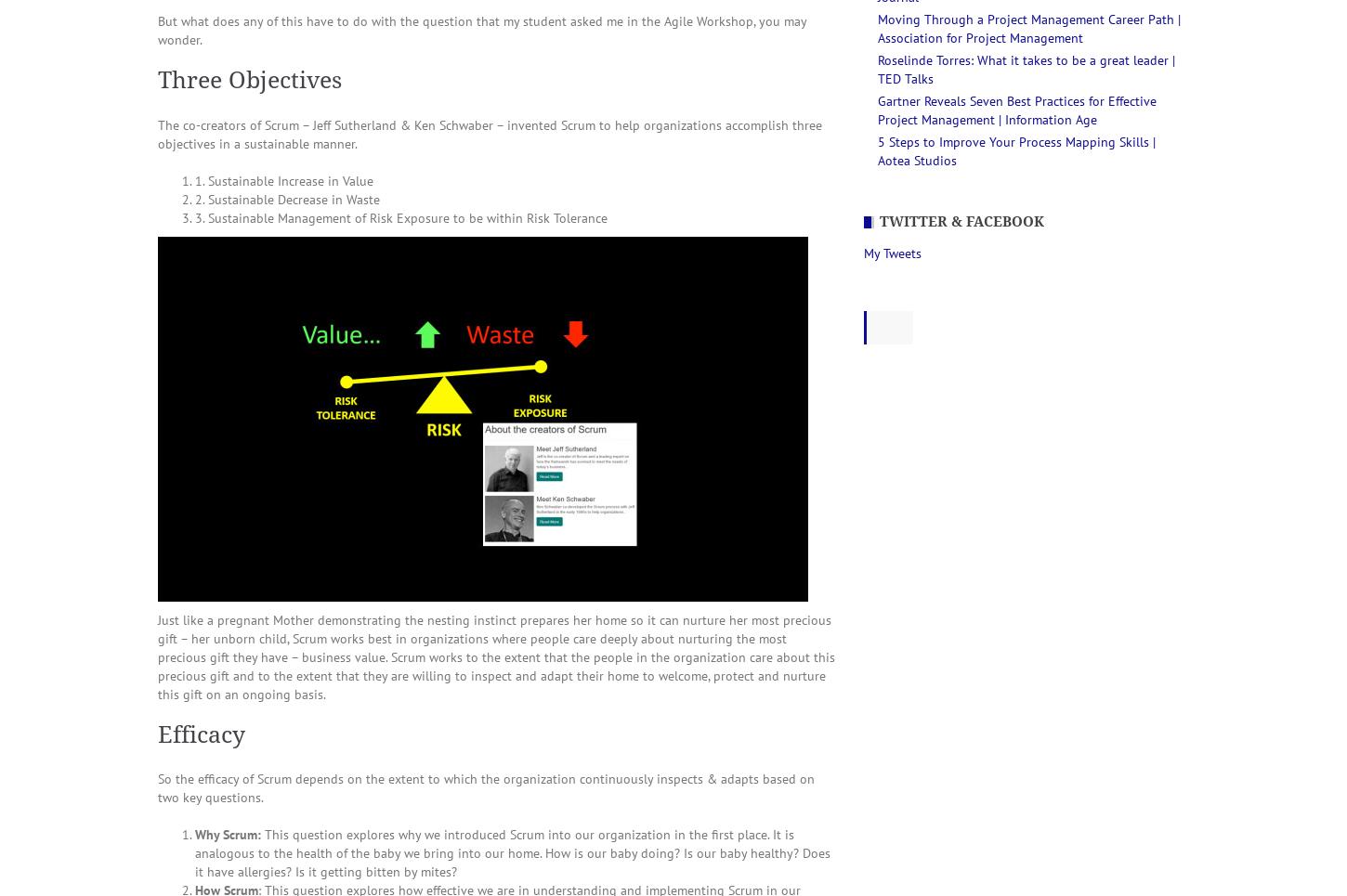 The image size is (1347, 896). What do you see at coordinates (1016, 110) in the screenshot?
I see `'Gartner Reveals Seven Best Practices for Effective Project Management | Information Age'` at bounding box center [1016, 110].